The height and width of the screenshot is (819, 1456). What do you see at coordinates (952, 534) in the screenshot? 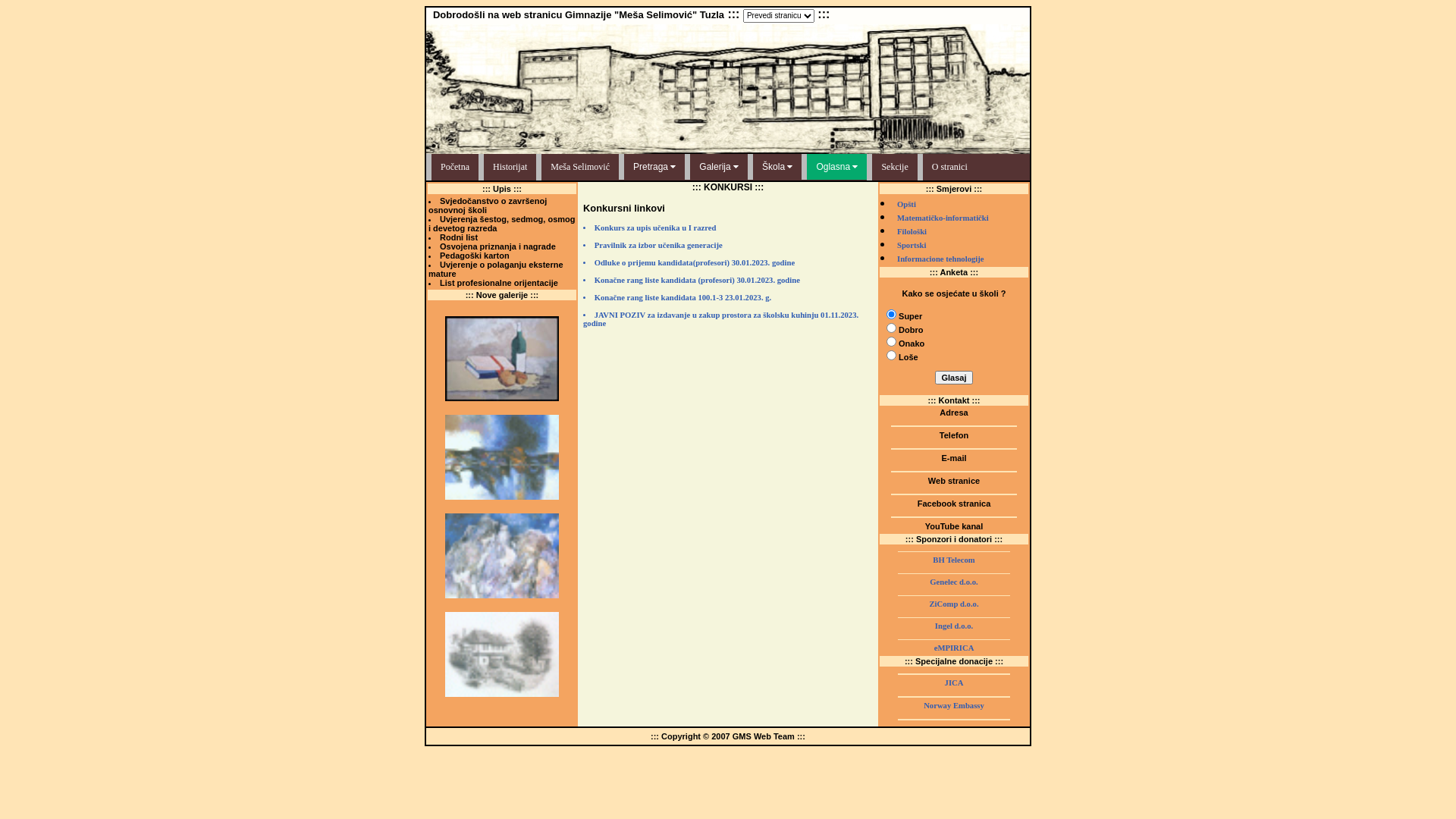
I see `'GMS Tuzla'` at bounding box center [952, 534].